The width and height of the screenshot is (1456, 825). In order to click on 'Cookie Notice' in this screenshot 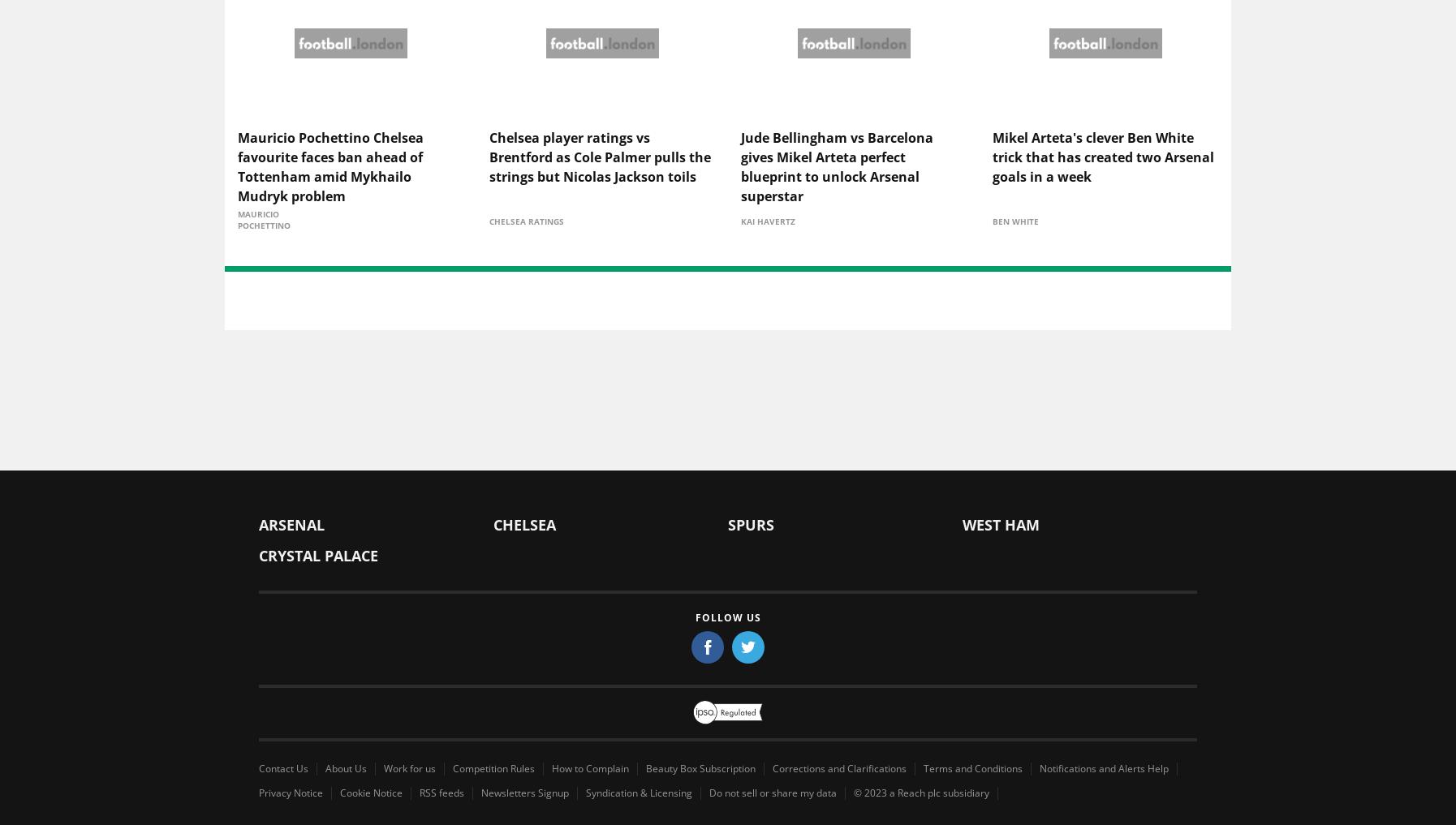, I will do `click(371, 794)`.